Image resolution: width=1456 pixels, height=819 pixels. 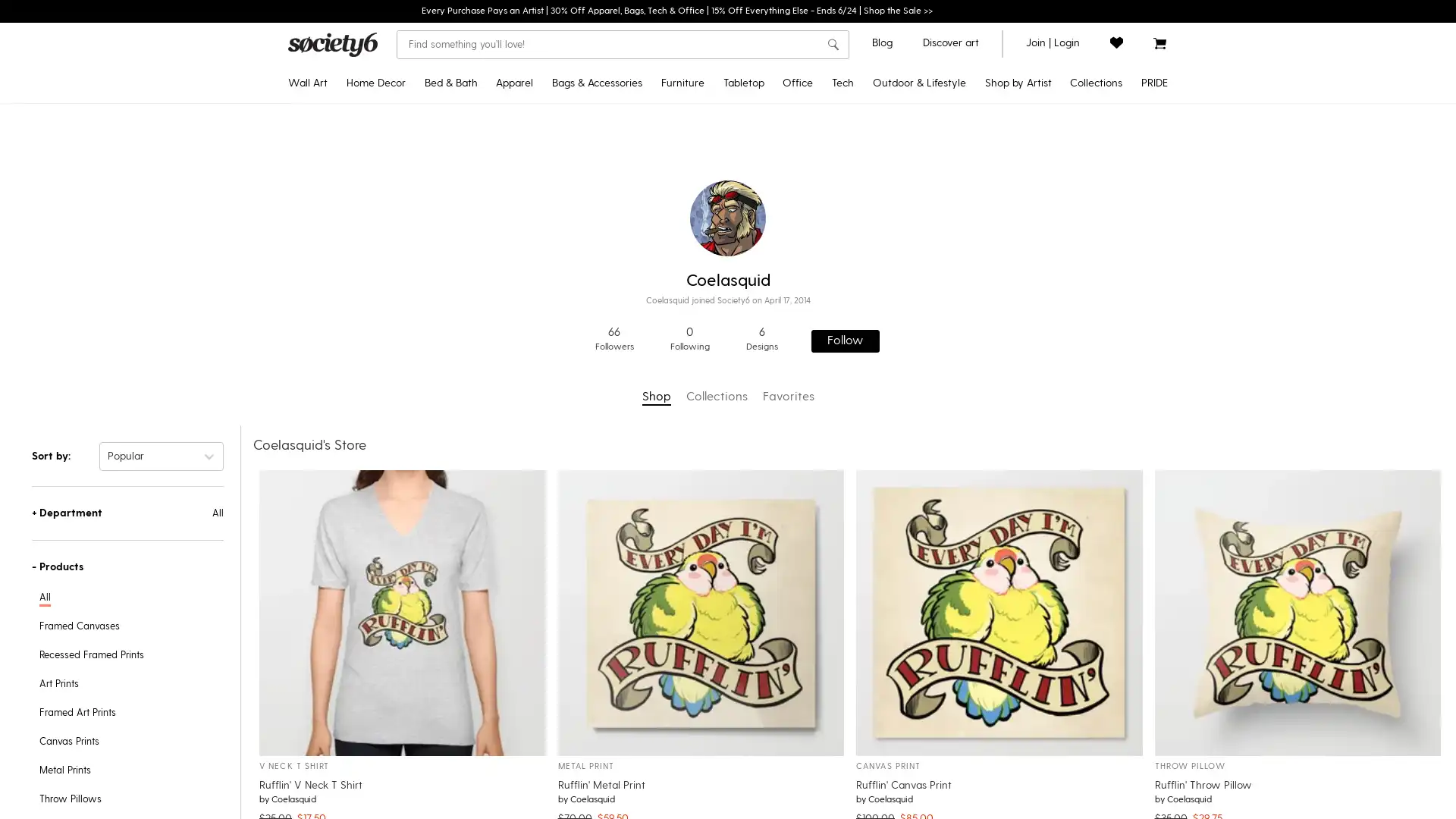 I want to click on search button, so click(x=832, y=45).